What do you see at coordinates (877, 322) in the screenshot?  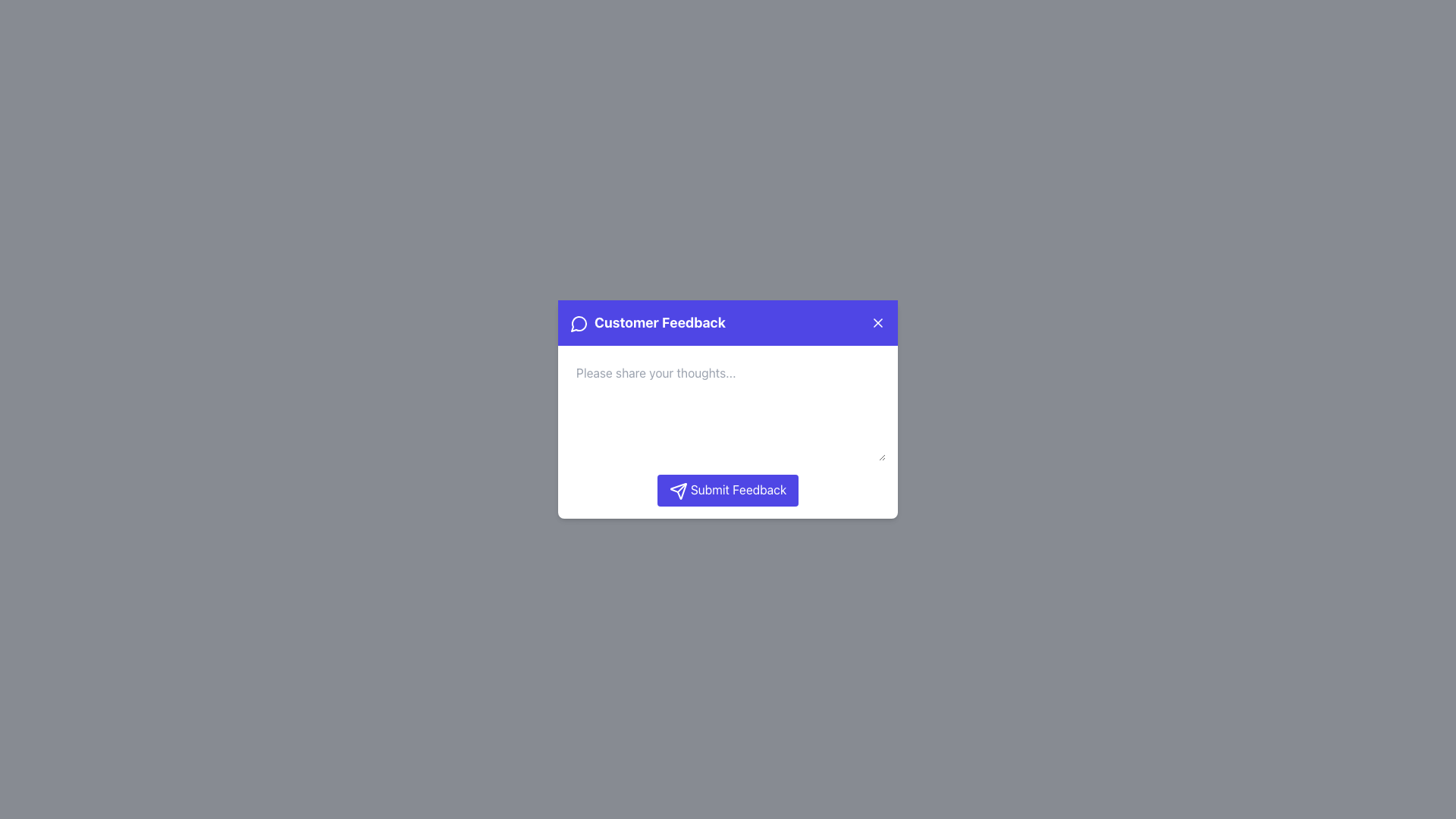 I see `the diagonal cross line forming an 'X' mark in the close button located at the top-right corner of the purple header bar in the feedback modal` at bounding box center [877, 322].